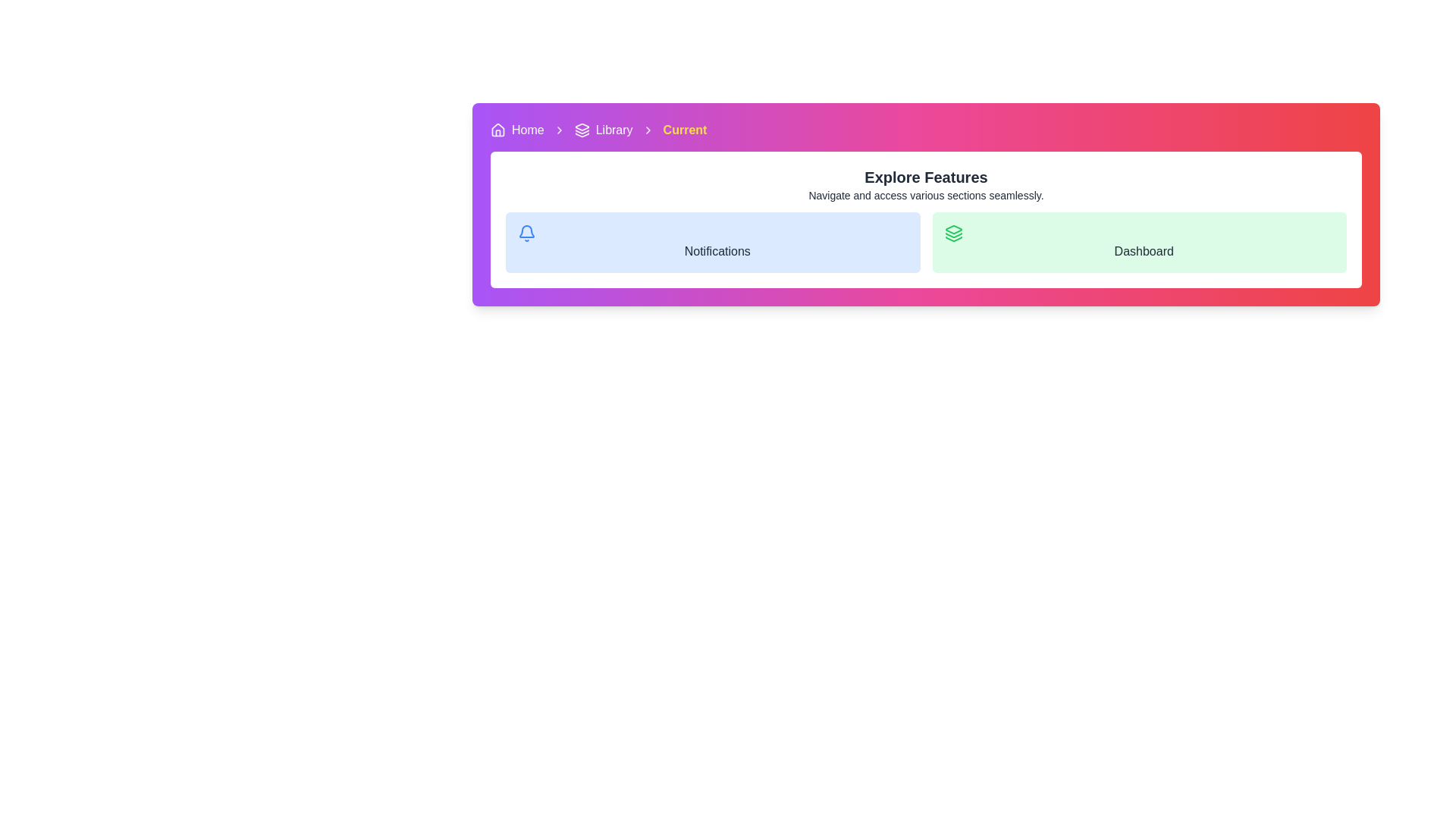 The image size is (1456, 819). What do you see at coordinates (648, 130) in the screenshot?
I see `the third chevron icon positioned between the breadcrumb links 'Library' and 'Current' in the breadcrumb navigation bar` at bounding box center [648, 130].